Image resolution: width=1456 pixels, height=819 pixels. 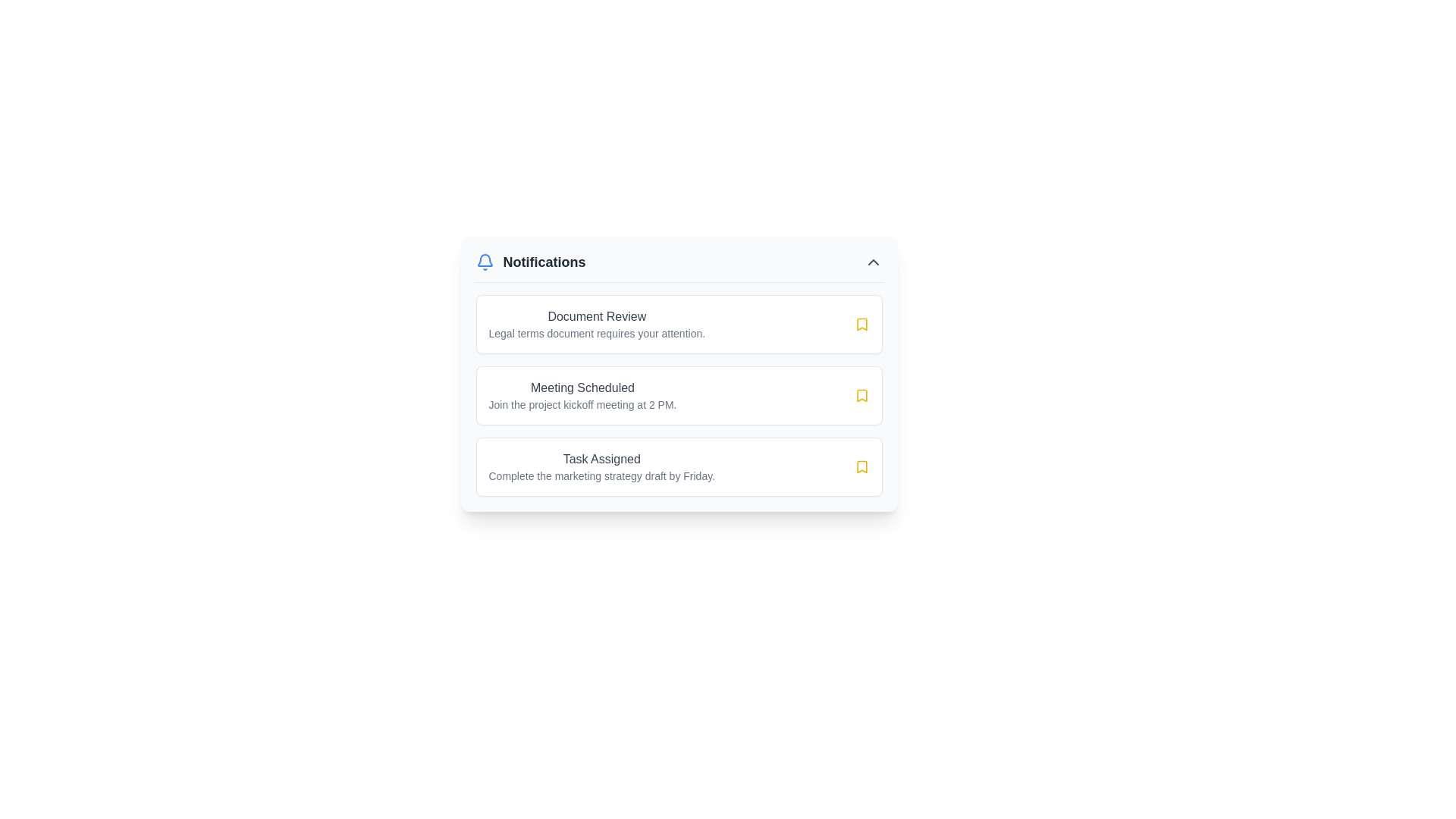 What do you see at coordinates (596, 324) in the screenshot?
I see `the 'Document Review' notification card to acknowledge or open the document, which is styled with a bold header and a lighter gray message, located in the notifications center` at bounding box center [596, 324].